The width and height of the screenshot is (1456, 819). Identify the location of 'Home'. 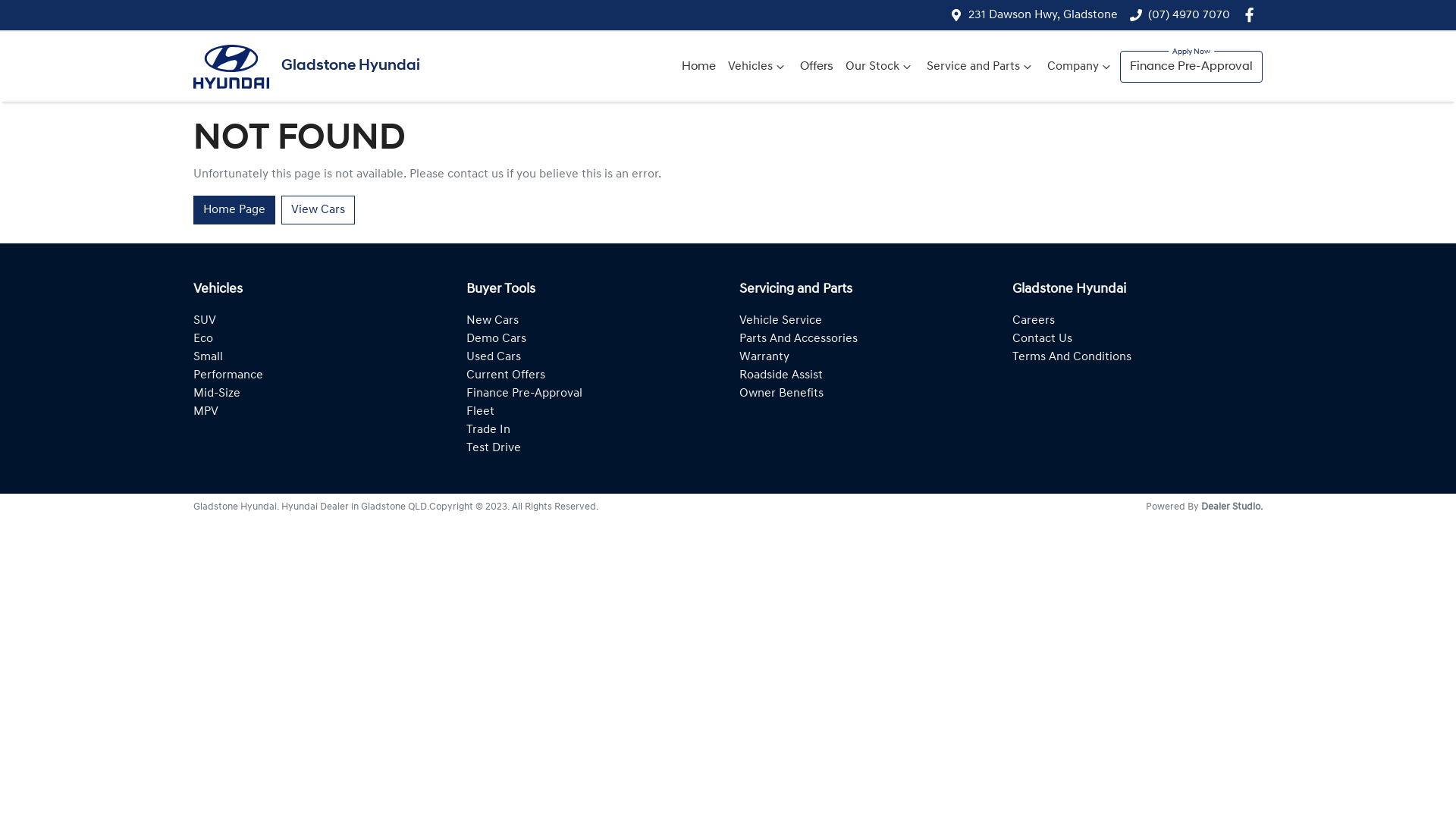
(698, 66).